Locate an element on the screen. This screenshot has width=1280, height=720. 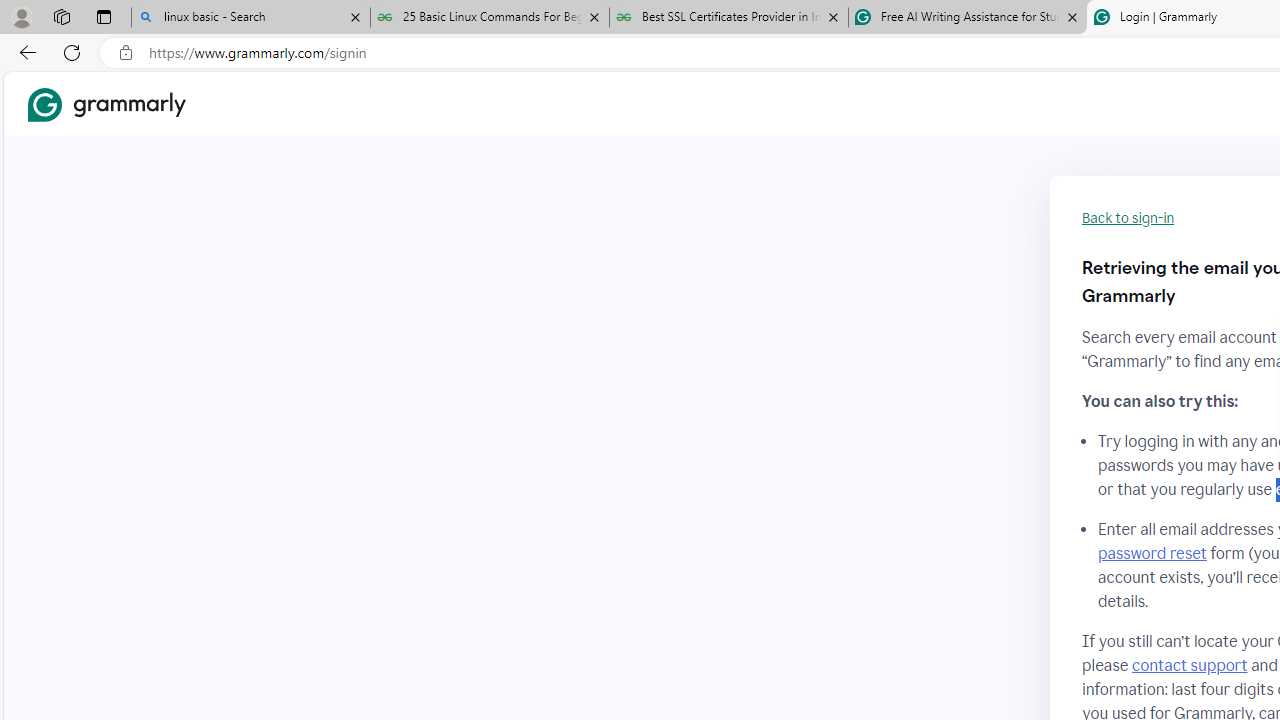
'Back to sign-in' is located at coordinates (1128, 218).